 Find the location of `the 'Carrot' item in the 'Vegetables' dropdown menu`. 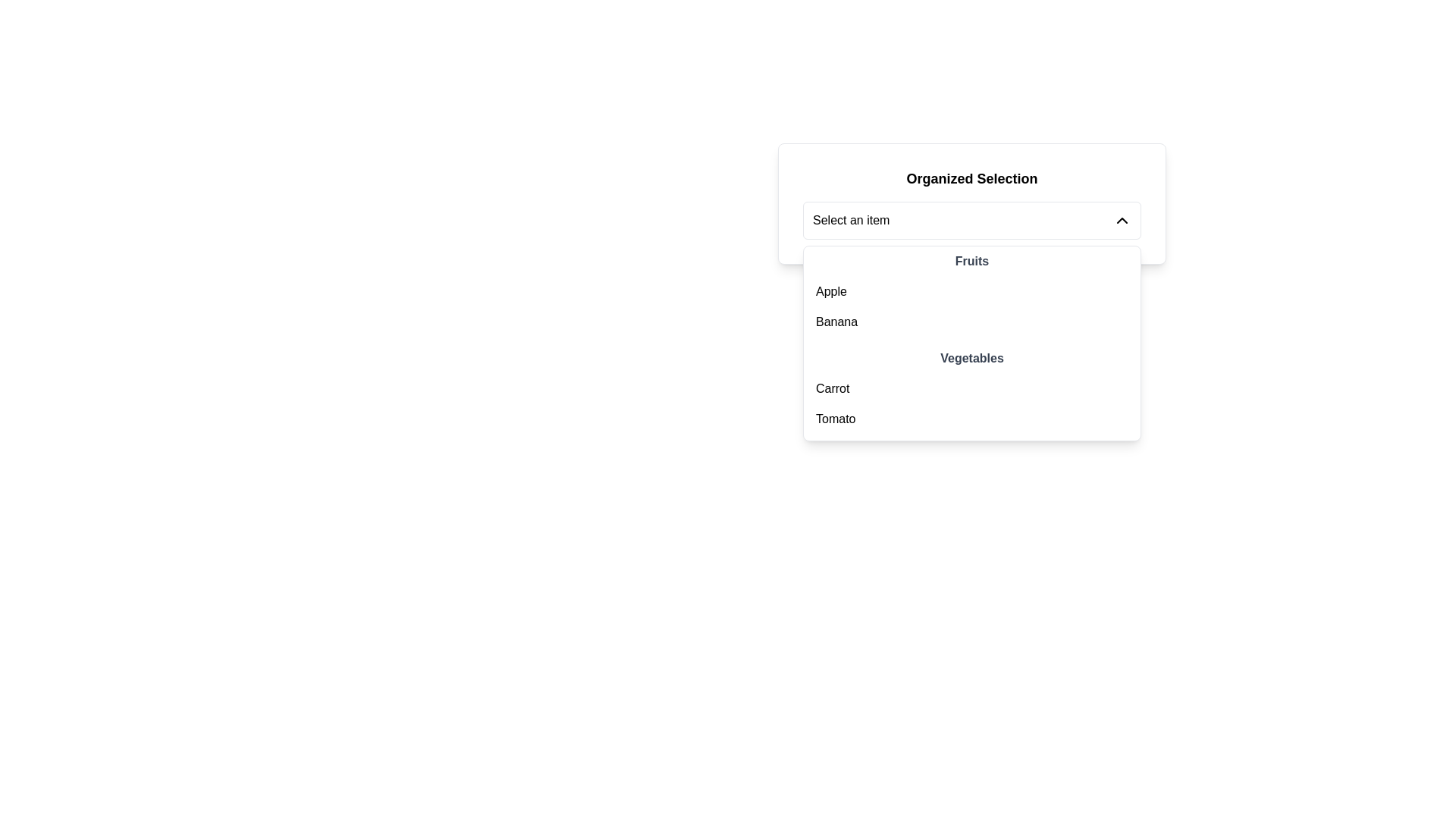

the 'Carrot' item in the 'Vegetables' dropdown menu is located at coordinates (971, 391).